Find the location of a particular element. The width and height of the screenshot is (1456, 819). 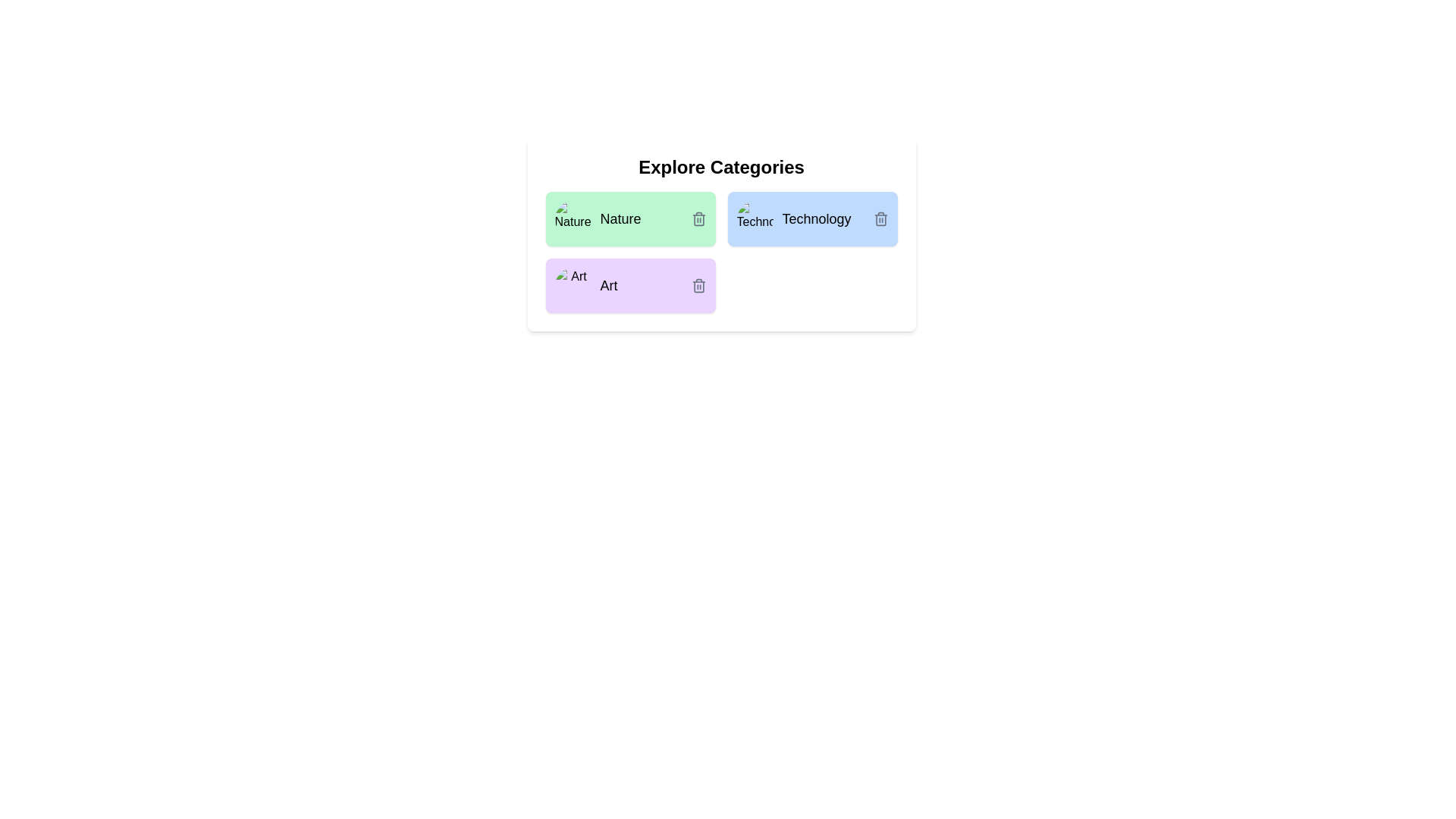

the background container of the component is located at coordinates (720, 344).